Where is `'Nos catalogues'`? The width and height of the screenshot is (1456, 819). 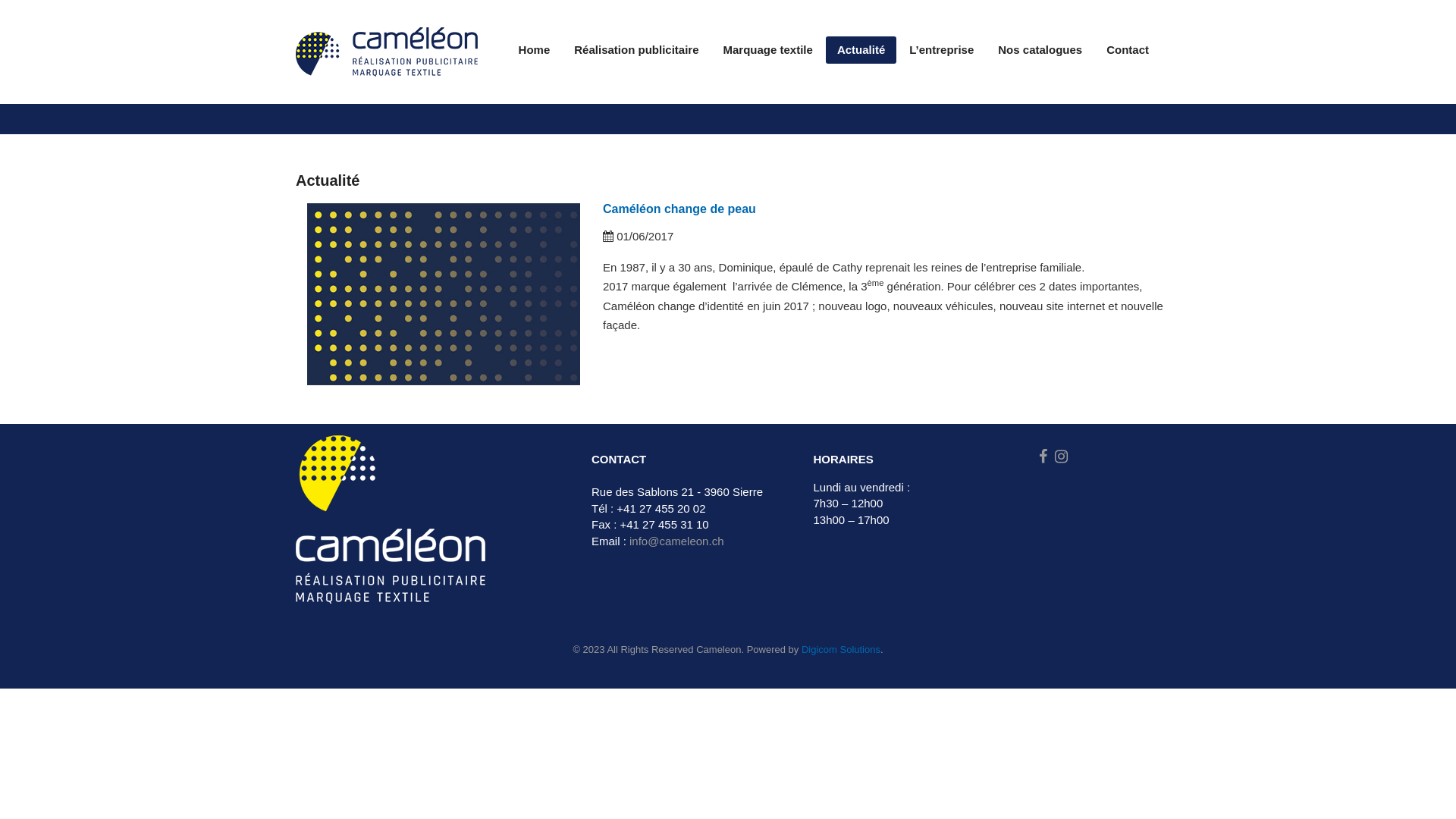
'Nos catalogues' is located at coordinates (1039, 49).